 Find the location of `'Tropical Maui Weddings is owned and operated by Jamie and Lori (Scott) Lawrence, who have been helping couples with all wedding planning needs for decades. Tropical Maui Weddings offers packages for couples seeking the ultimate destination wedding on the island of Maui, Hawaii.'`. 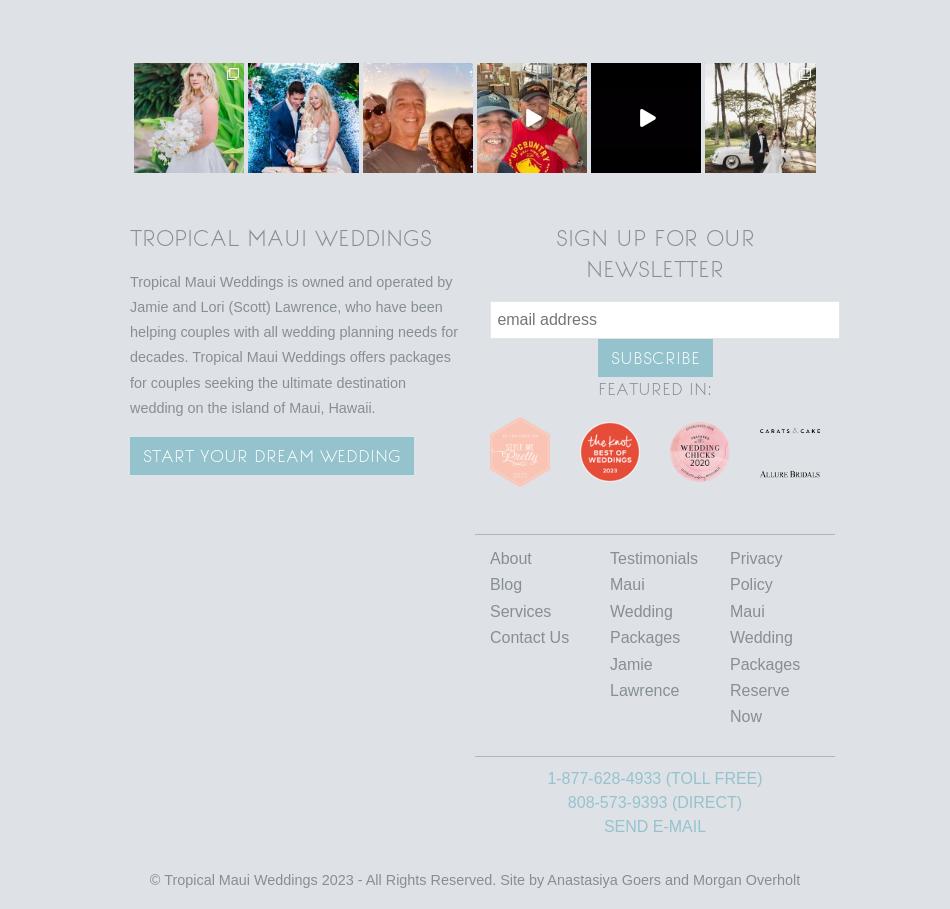

'Tropical Maui Weddings is owned and operated by Jamie and Lori (Scott) Lawrence, who have been helping couples with all wedding planning needs for decades. Tropical Maui Weddings offers packages for couples seeking the ultimate destination wedding on the island of Maui, Hawaii.' is located at coordinates (293, 343).